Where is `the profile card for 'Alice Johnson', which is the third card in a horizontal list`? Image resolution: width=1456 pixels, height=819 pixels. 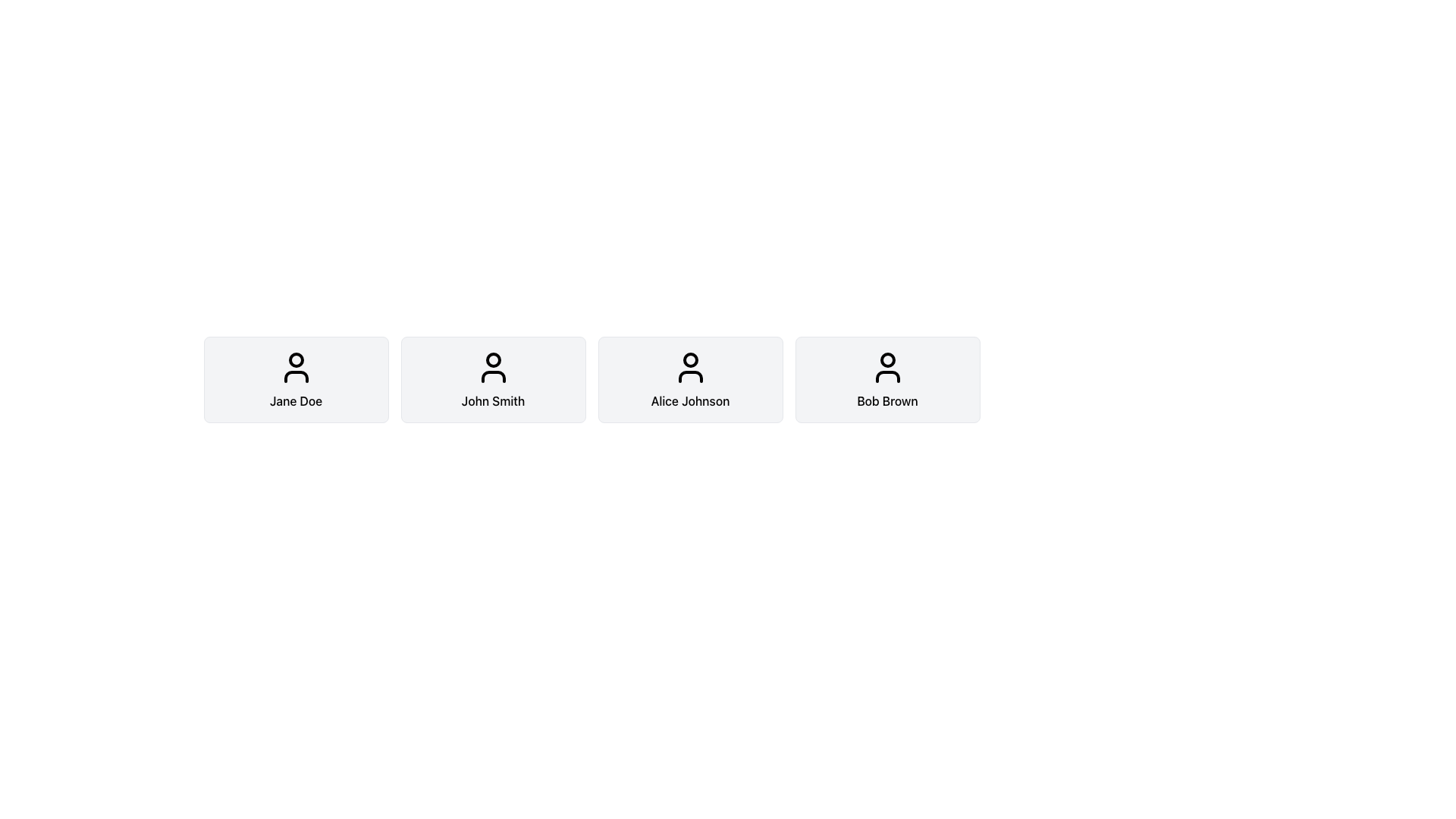 the profile card for 'Alice Johnson', which is the third card in a horizontal list is located at coordinates (689, 379).